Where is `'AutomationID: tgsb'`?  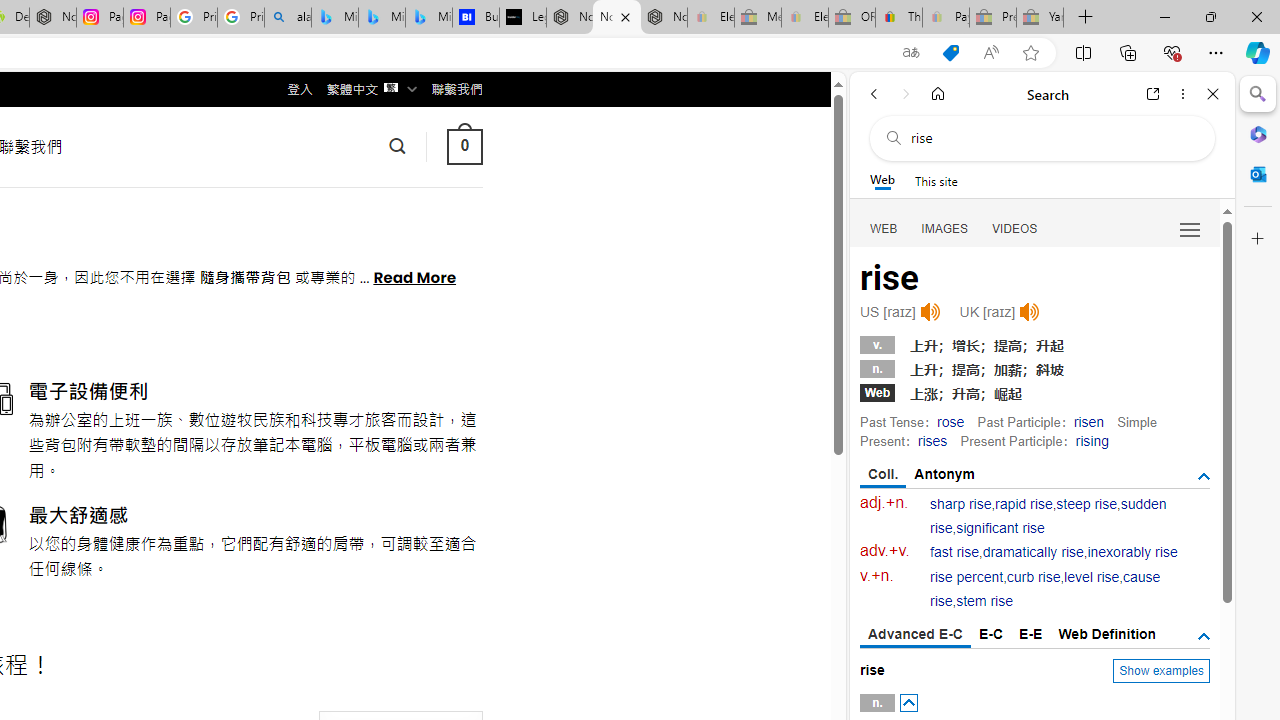 'AutomationID: tgsb' is located at coordinates (1202, 477).